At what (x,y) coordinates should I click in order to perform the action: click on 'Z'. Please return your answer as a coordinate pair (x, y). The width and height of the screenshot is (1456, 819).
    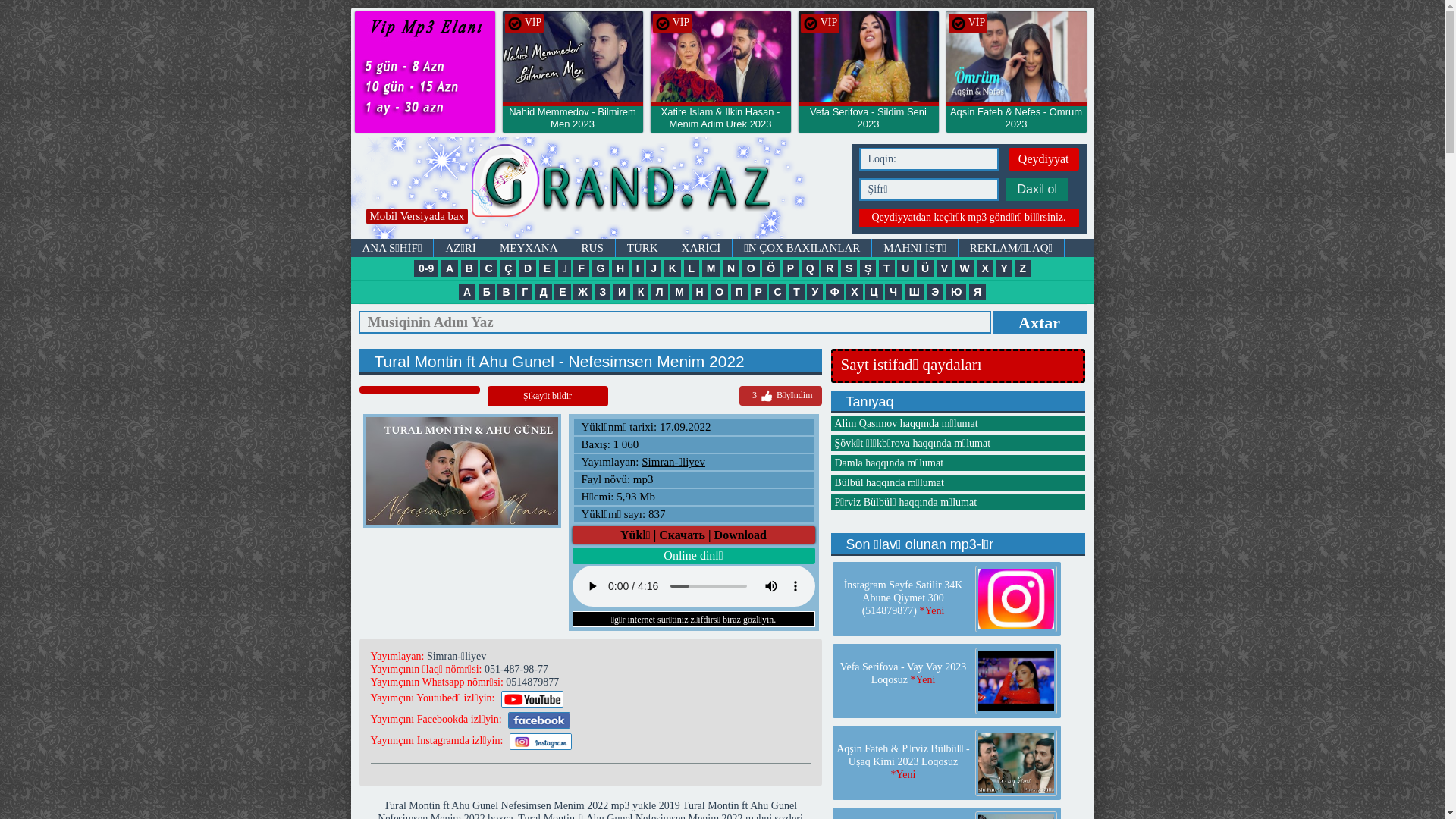
    Looking at the image, I should click on (1022, 268).